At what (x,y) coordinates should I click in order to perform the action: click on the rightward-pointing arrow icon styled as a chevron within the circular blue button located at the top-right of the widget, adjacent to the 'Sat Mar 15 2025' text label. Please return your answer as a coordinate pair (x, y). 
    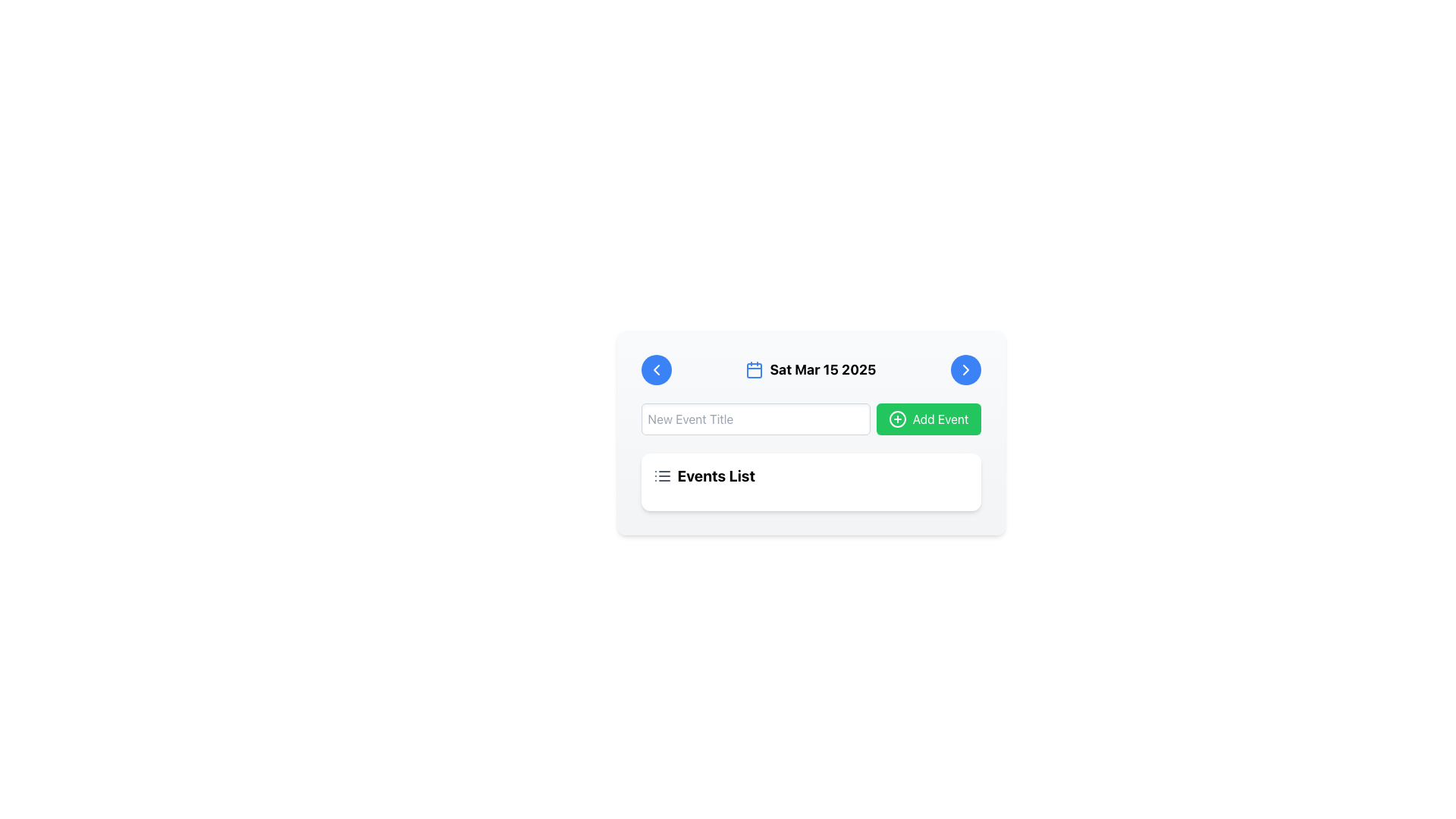
    Looking at the image, I should click on (965, 370).